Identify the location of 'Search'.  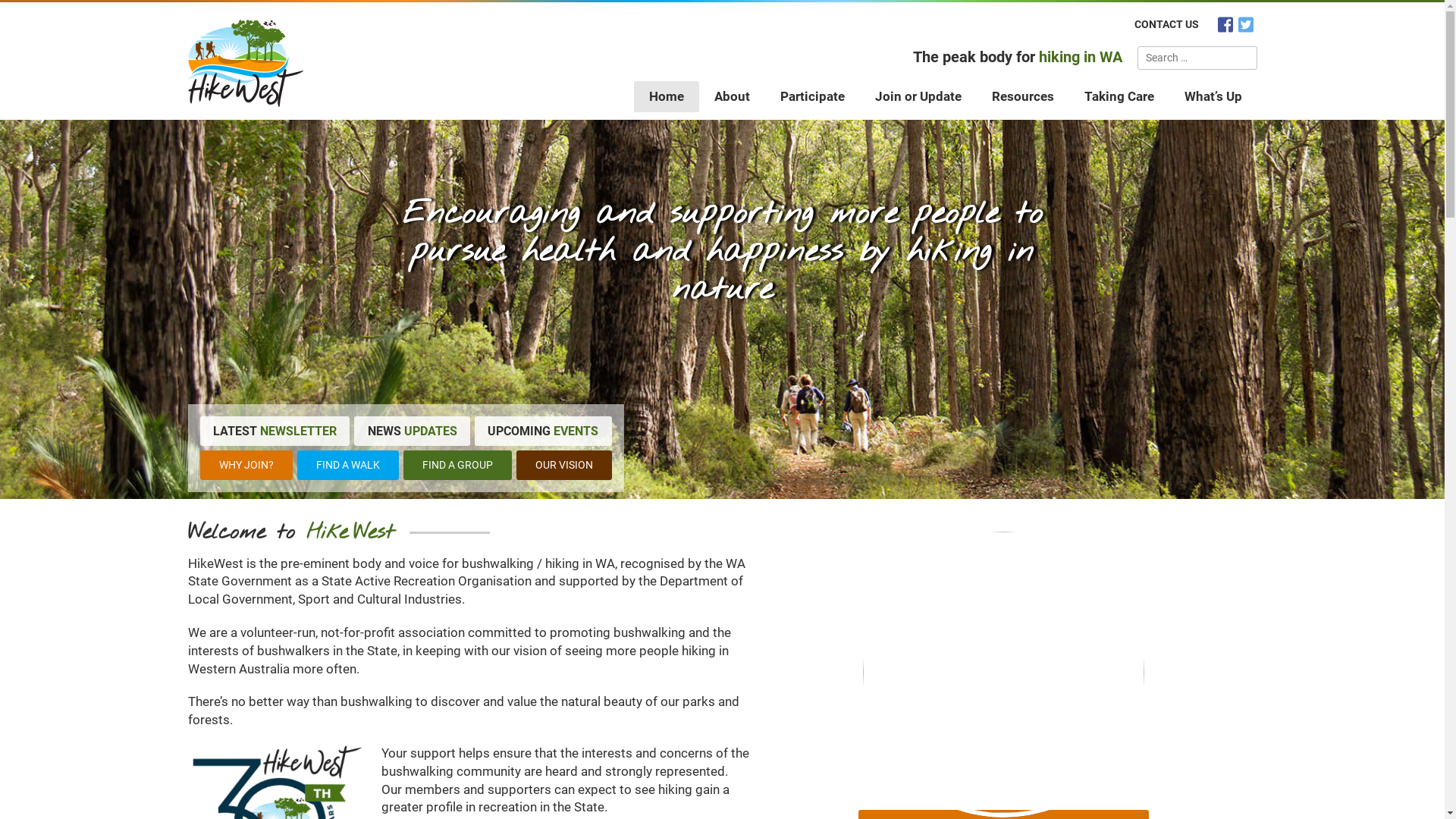
(1230, 56).